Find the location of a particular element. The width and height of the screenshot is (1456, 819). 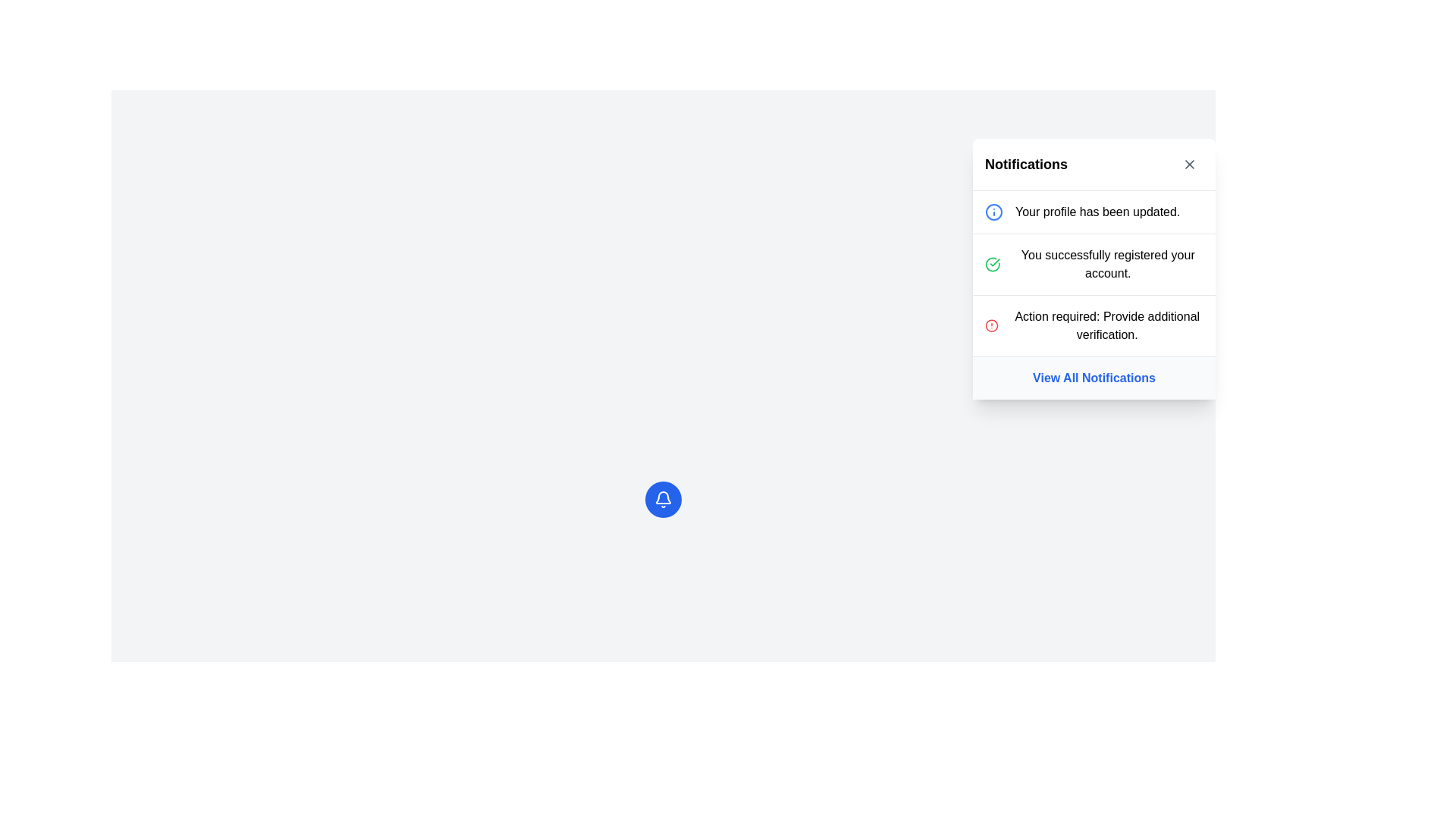

the success message text label that notifies the user about successful account registration, located in the middle of a notification card as the second notification is located at coordinates (1108, 263).